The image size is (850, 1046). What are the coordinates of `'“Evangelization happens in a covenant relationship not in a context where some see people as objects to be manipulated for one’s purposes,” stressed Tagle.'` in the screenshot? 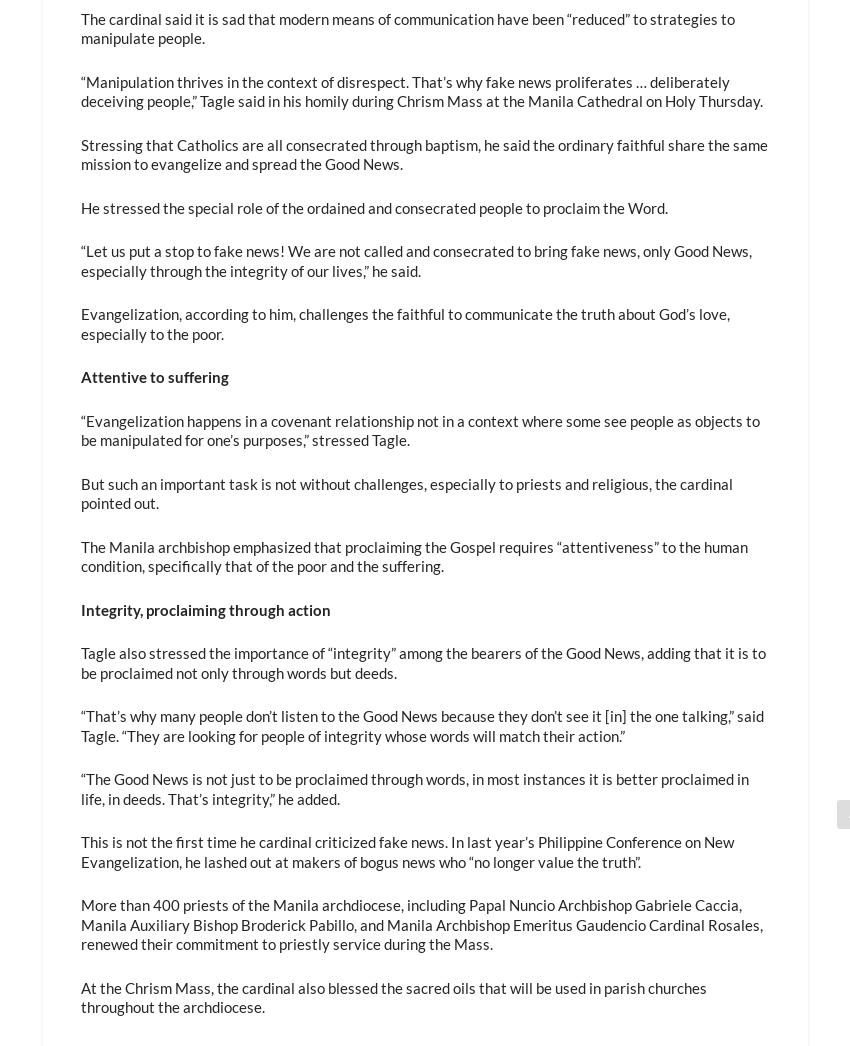 It's located at (419, 429).